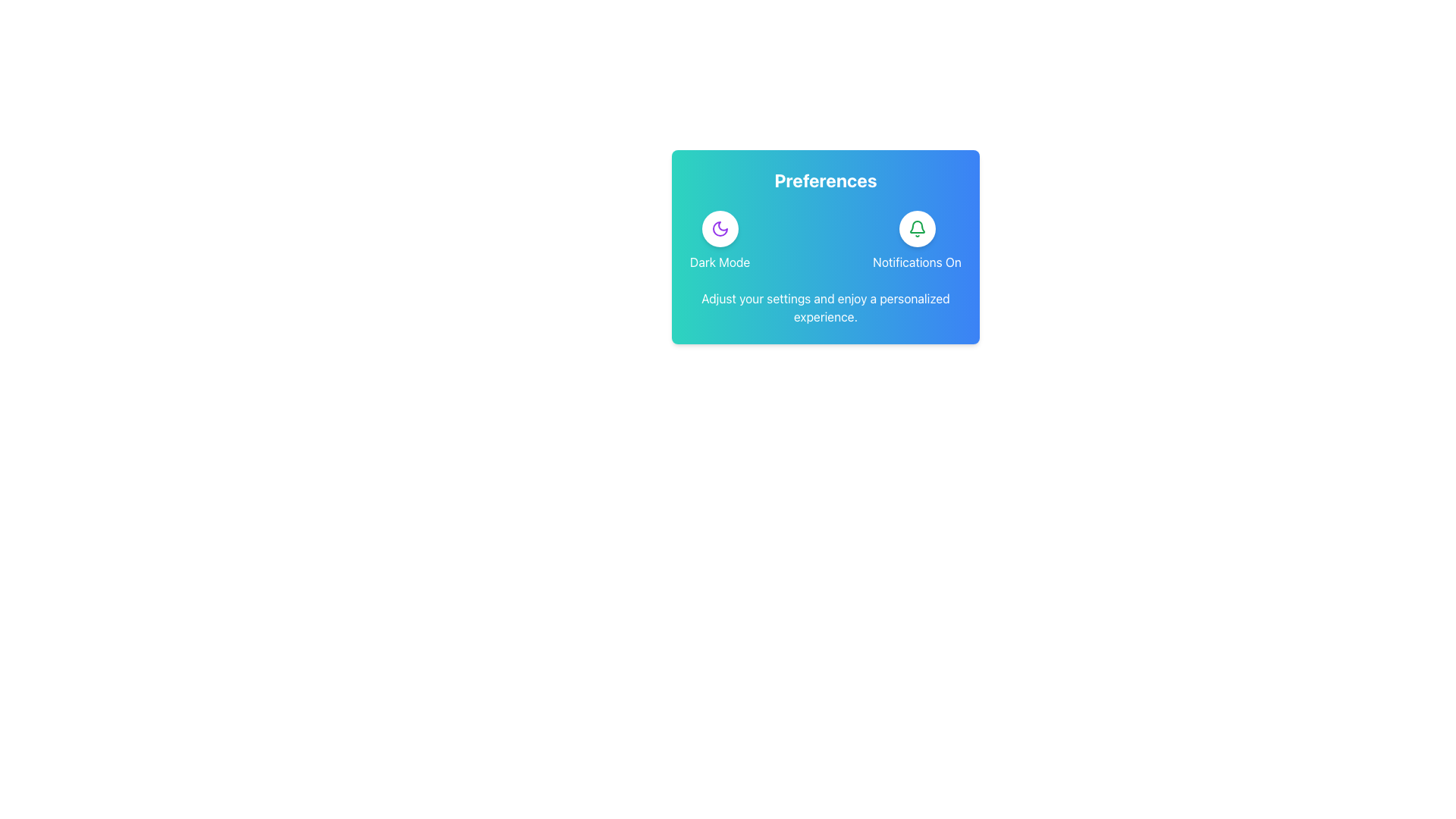 This screenshot has width=1456, height=819. What do you see at coordinates (916, 228) in the screenshot?
I see `the notification toggle button located in the 'Preferences' box, which is the second button from the left` at bounding box center [916, 228].